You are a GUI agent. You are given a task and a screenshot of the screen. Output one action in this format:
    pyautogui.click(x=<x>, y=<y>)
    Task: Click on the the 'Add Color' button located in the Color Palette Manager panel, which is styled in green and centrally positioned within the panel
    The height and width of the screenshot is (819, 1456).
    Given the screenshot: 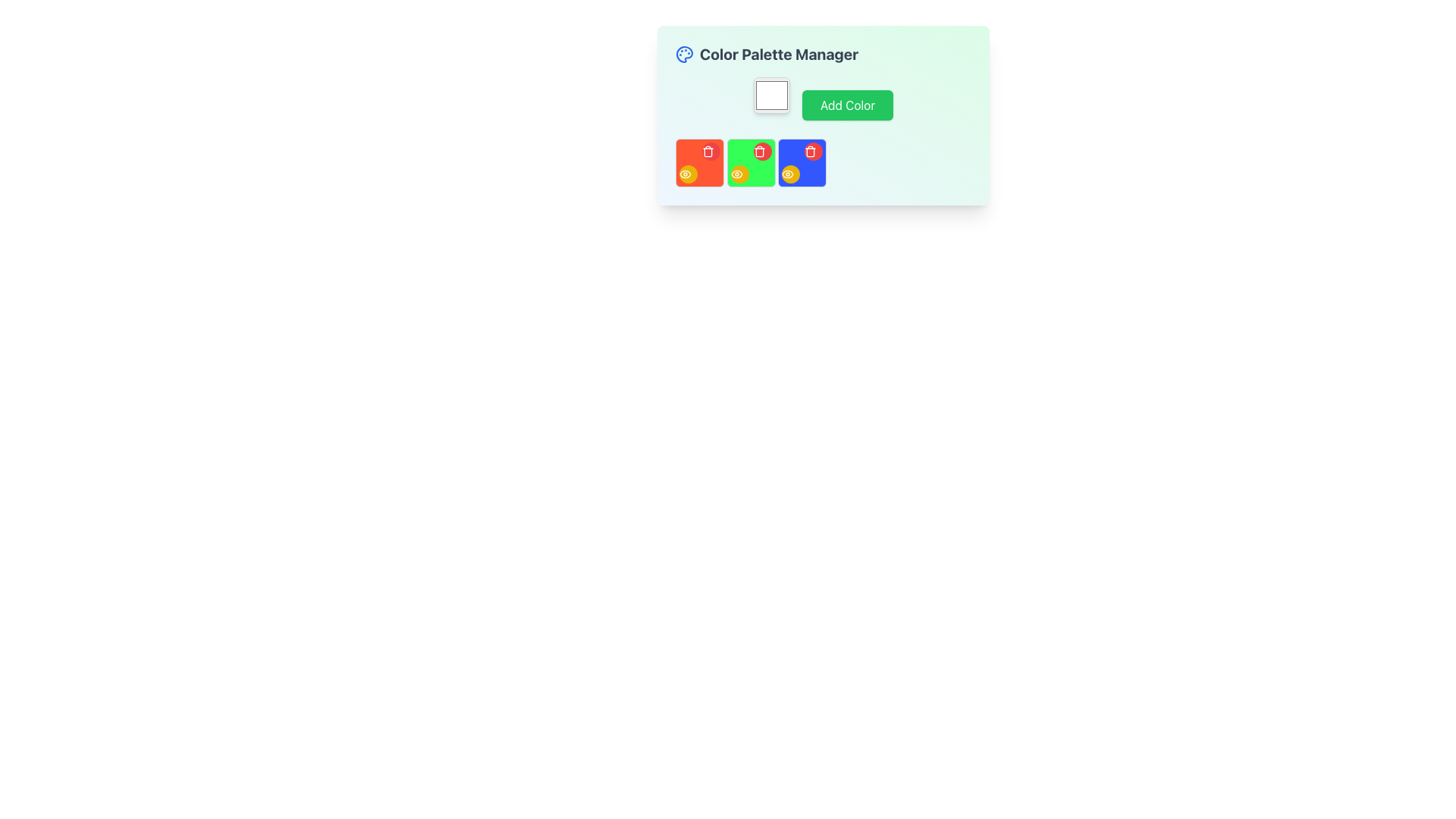 What is the action you would take?
    pyautogui.click(x=822, y=115)
    